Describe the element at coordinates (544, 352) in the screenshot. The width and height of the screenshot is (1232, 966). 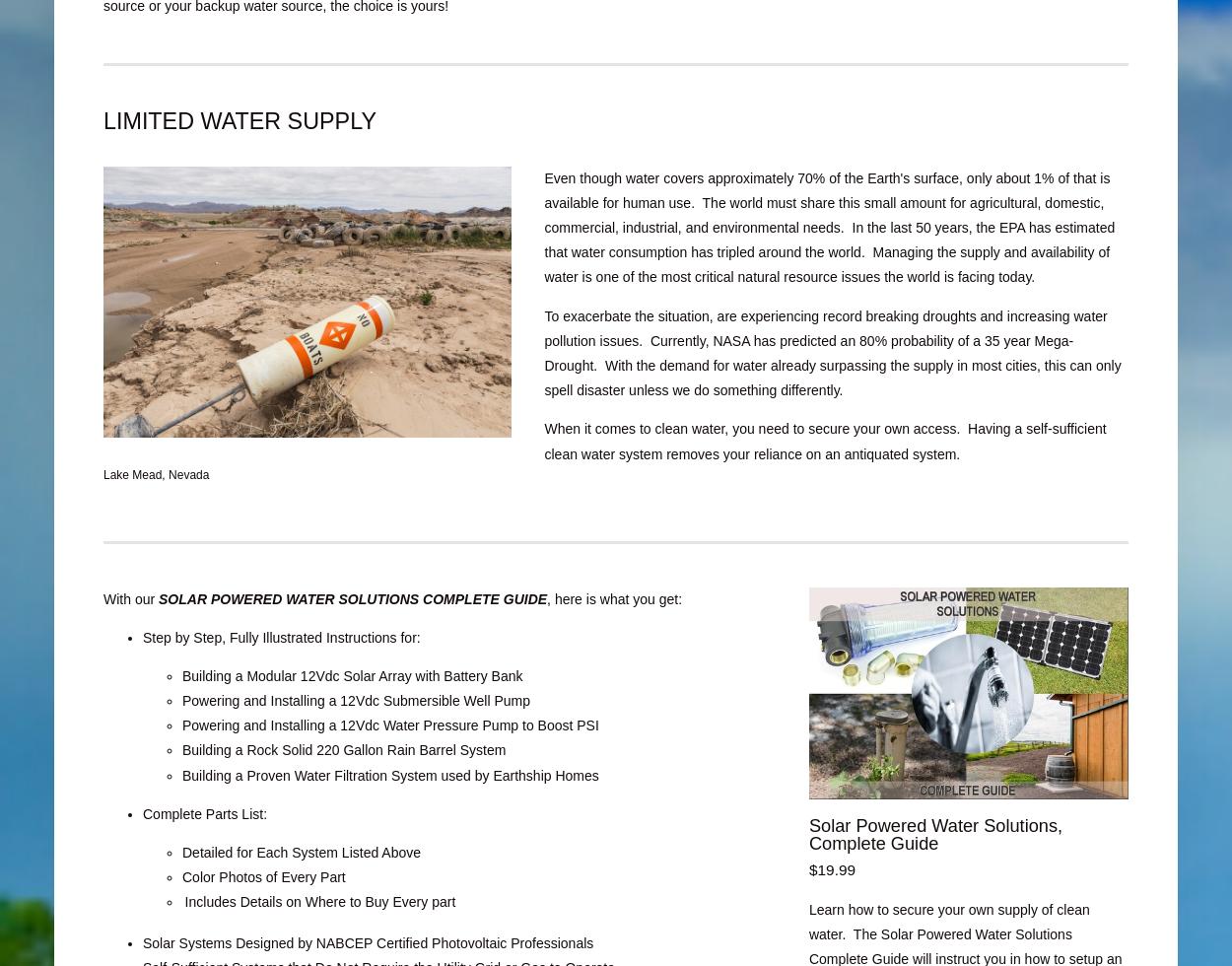
I see `'record breaking droughts and increasing water pollution issues.  Currently, NASA has predicted an 80% probability of a 35 year Mega-Drought.  With the demand for water already surpassing the supply in most cities, this can only spell disaster unless we do something differently.'` at that location.